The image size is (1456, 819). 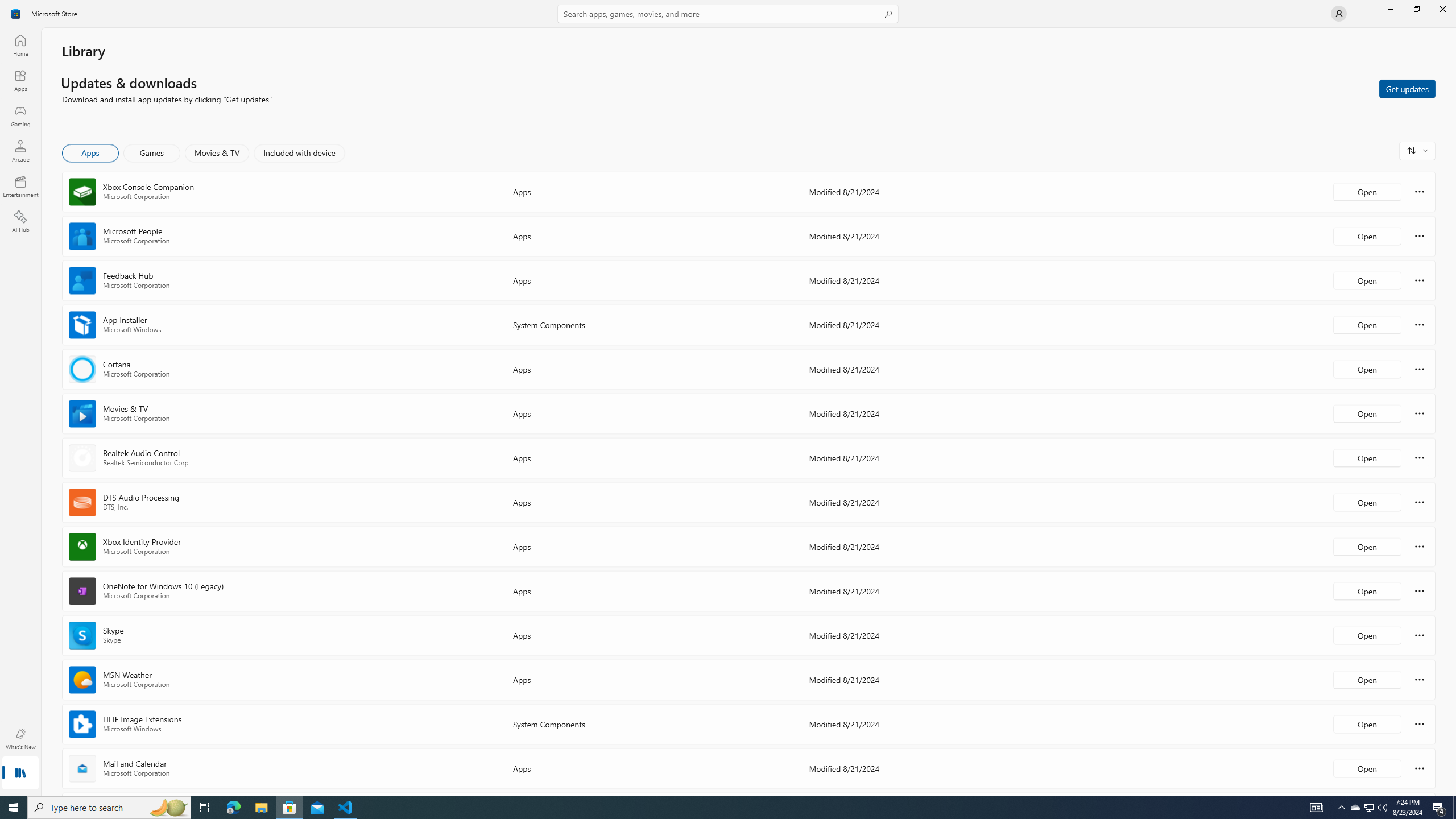 What do you see at coordinates (151, 152) in the screenshot?
I see `'Games'` at bounding box center [151, 152].